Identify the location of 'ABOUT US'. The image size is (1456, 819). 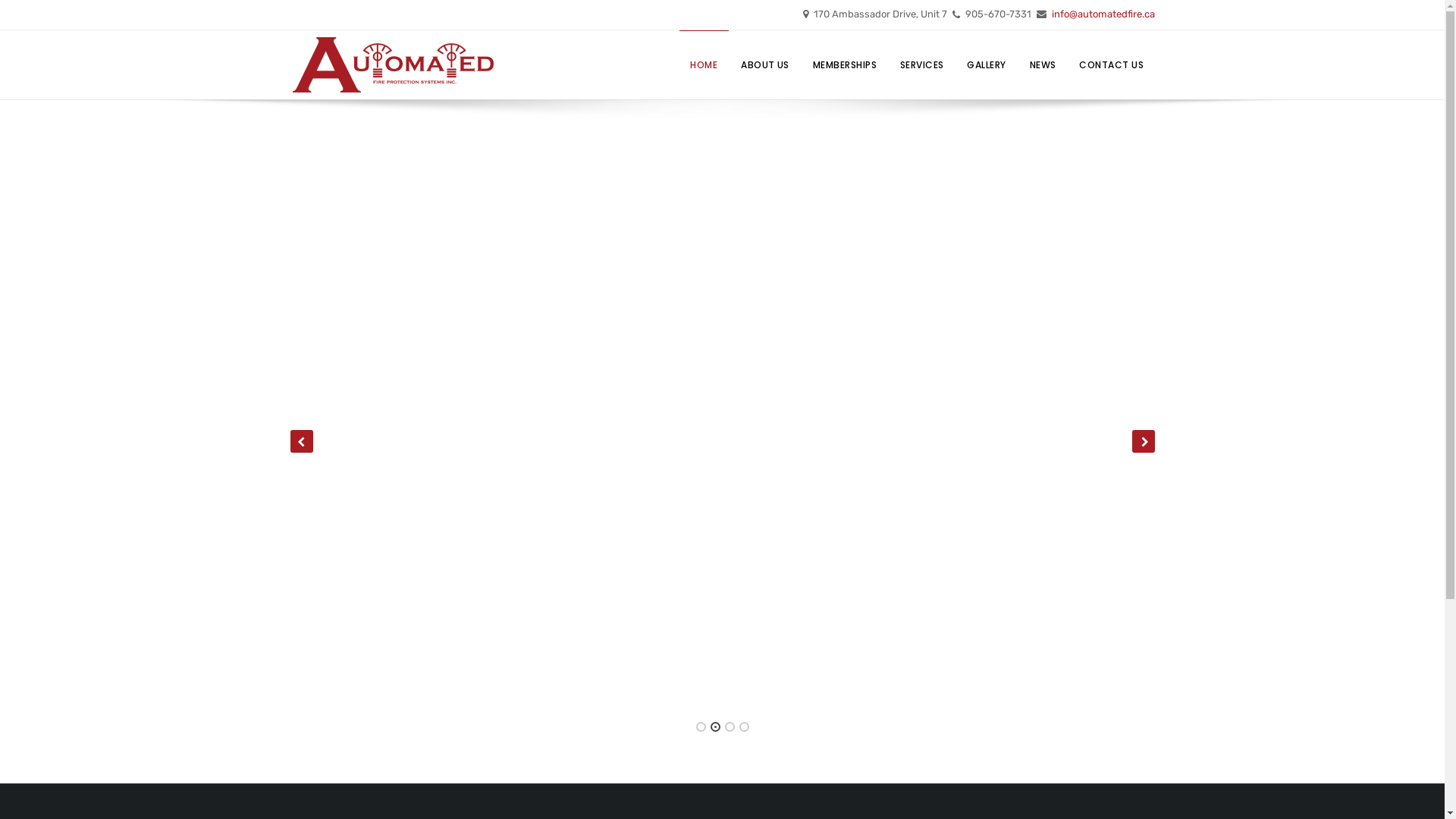
(765, 64).